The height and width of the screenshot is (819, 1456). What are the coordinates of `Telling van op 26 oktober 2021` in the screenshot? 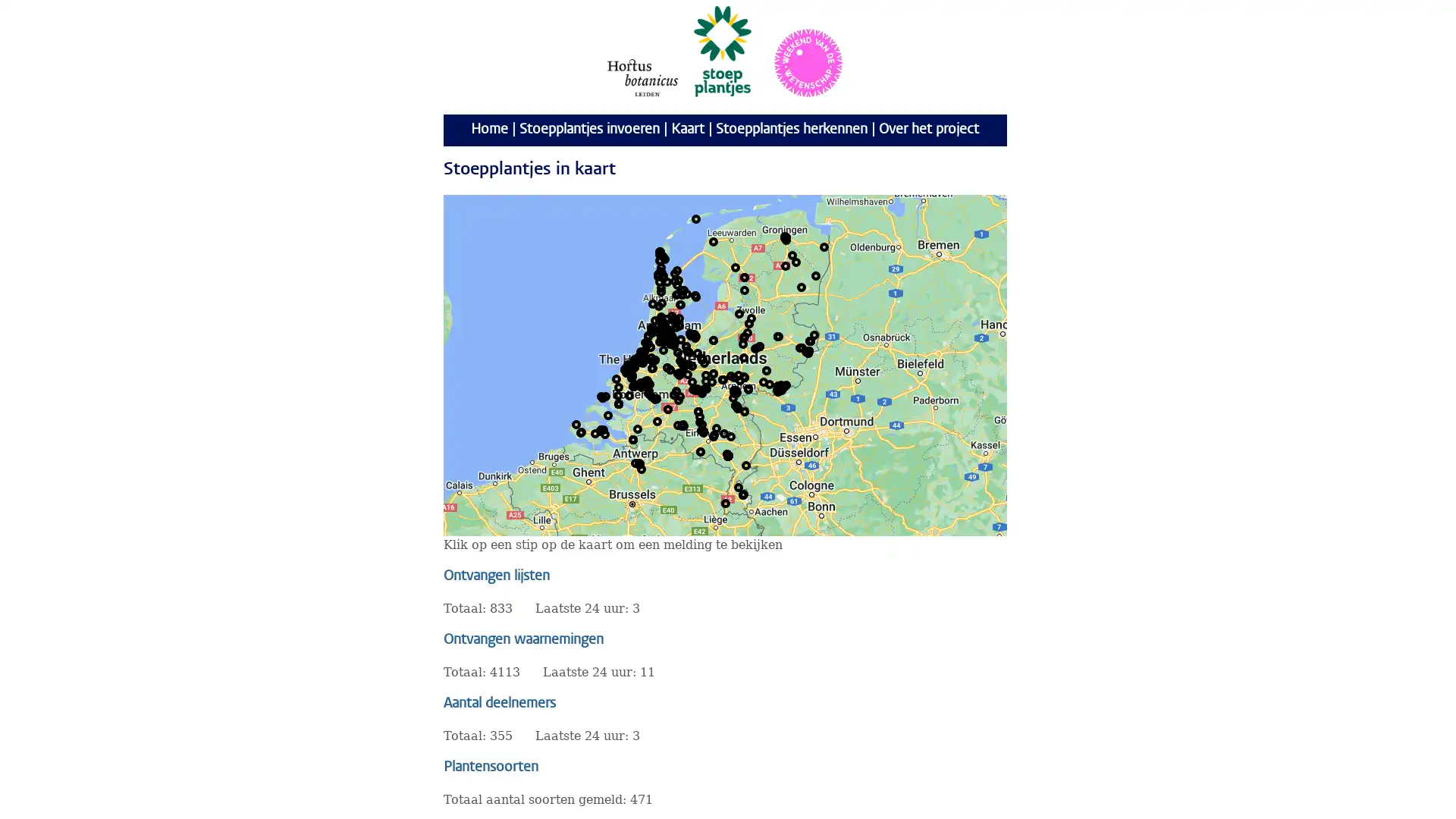 It's located at (666, 339).